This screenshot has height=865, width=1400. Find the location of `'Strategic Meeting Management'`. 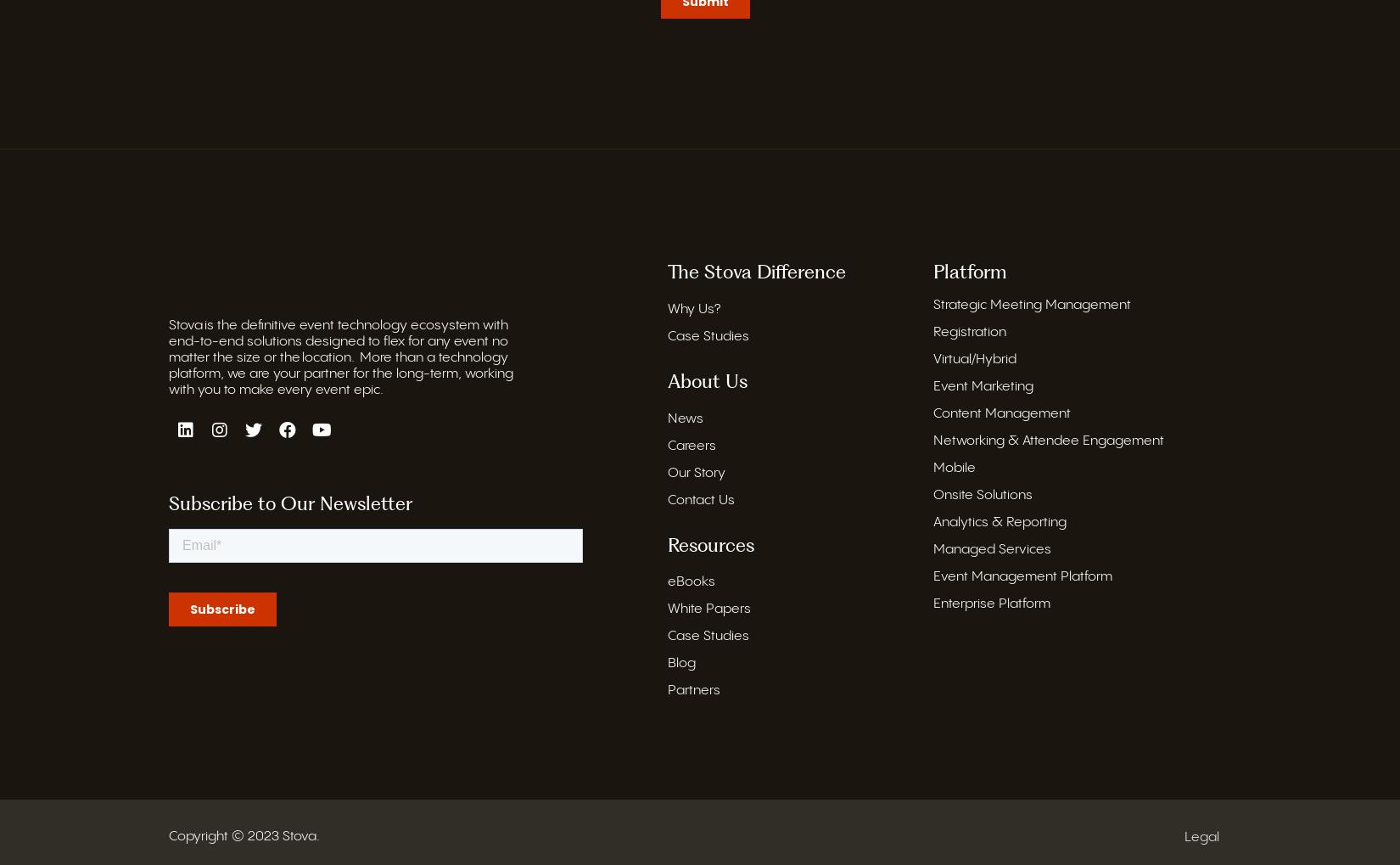

'Strategic Meeting Management' is located at coordinates (1032, 305).